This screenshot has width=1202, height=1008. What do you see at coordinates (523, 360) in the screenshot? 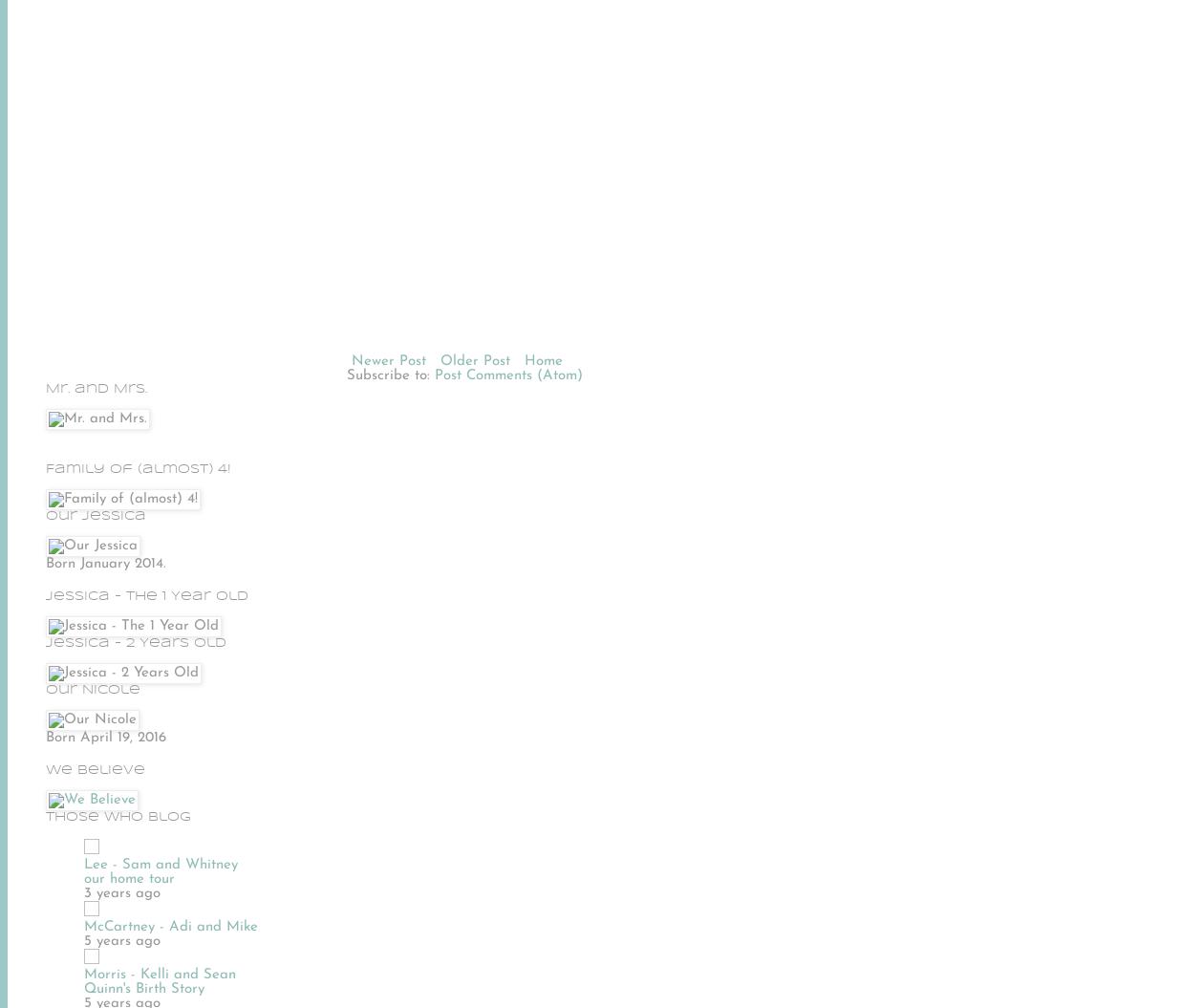
I see `'Home'` at bounding box center [523, 360].